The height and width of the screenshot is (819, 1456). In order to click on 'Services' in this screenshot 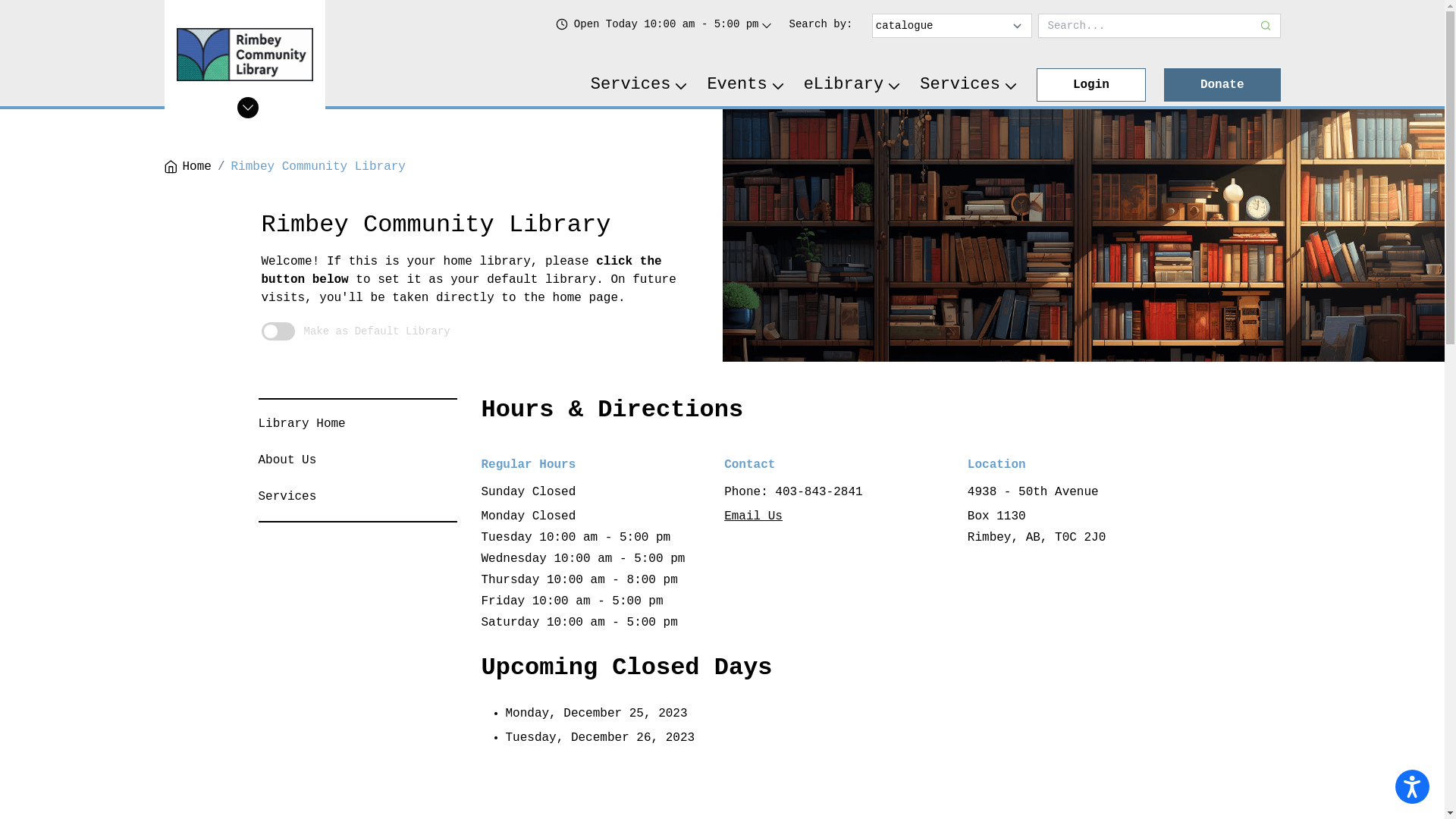, I will do `click(968, 84)`.